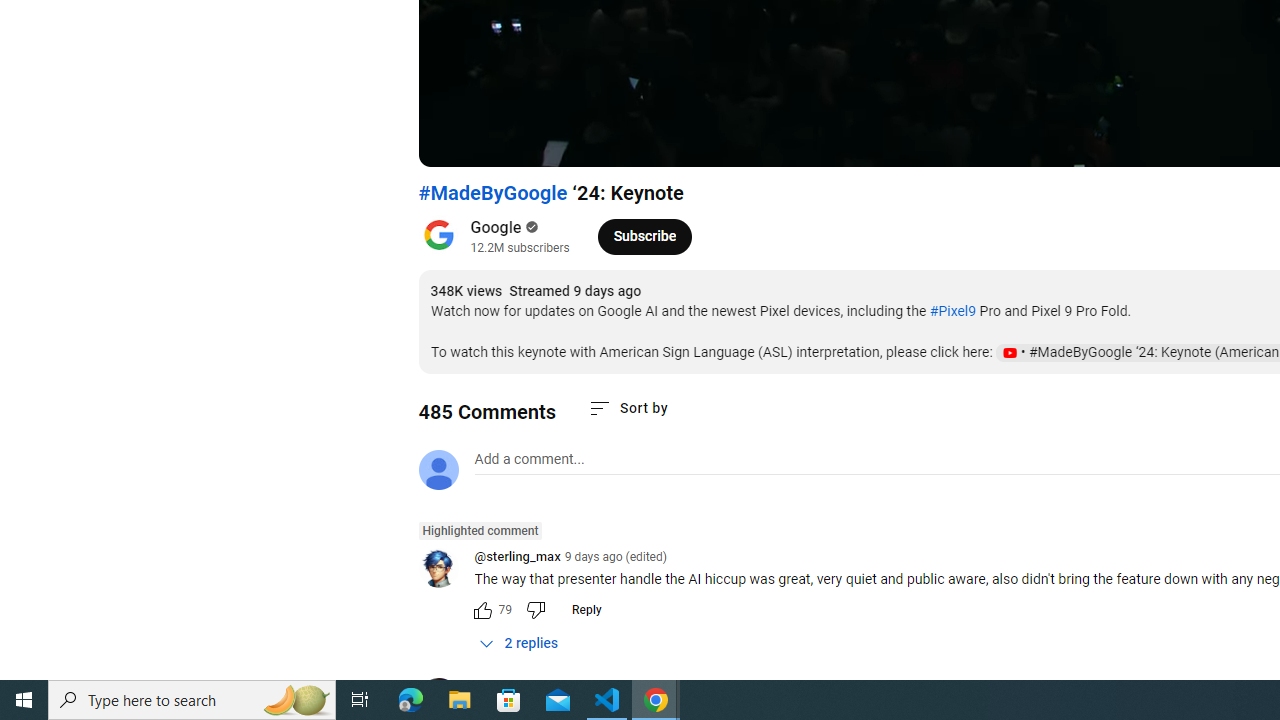 The height and width of the screenshot is (720, 1280). What do you see at coordinates (535, 608) in the screenshot?
I see `'Dislike this comment'` at bounding box center [535, 608].